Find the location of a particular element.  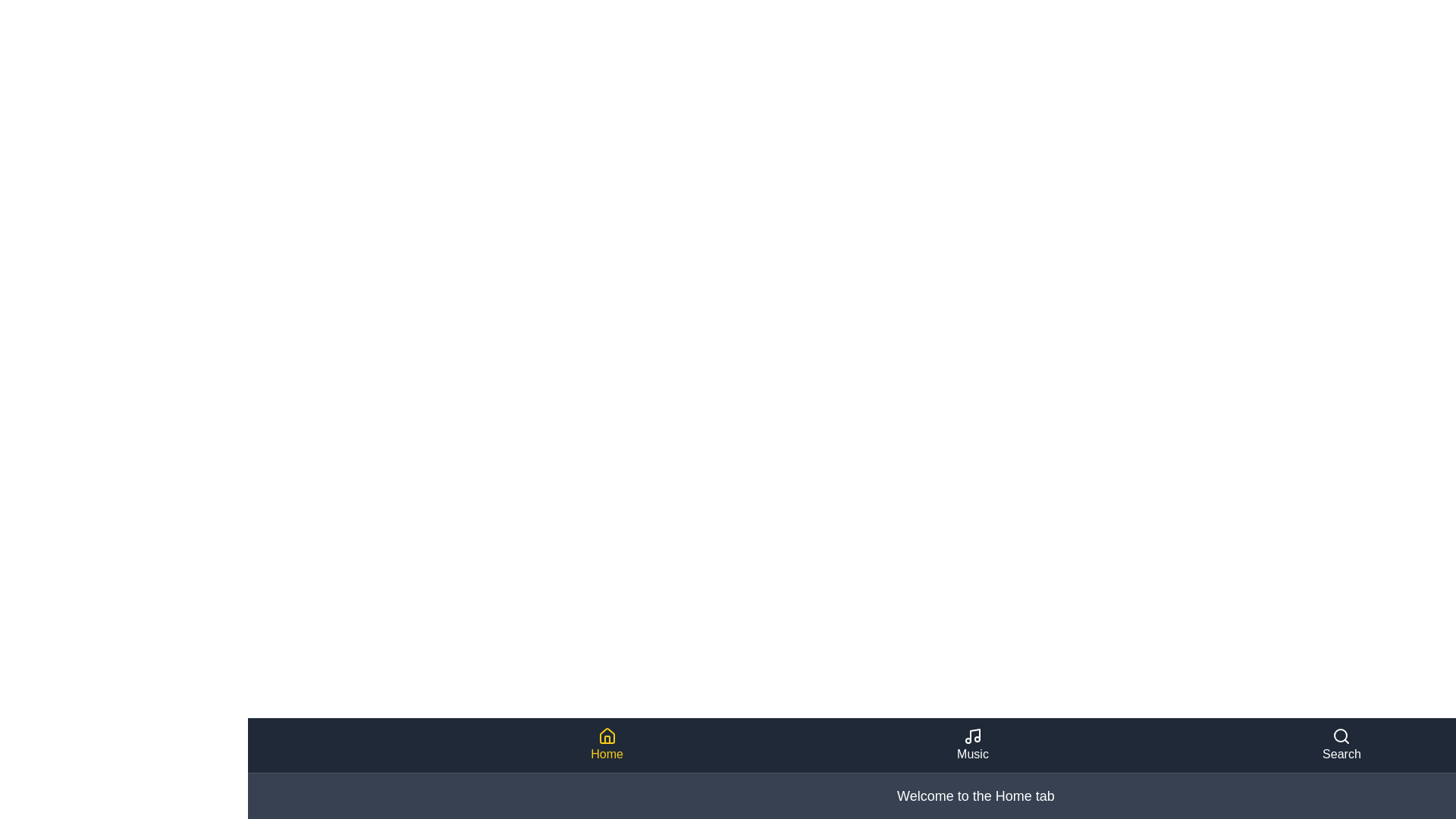

the Music tab to view its content is located at coordinates (971, 745).